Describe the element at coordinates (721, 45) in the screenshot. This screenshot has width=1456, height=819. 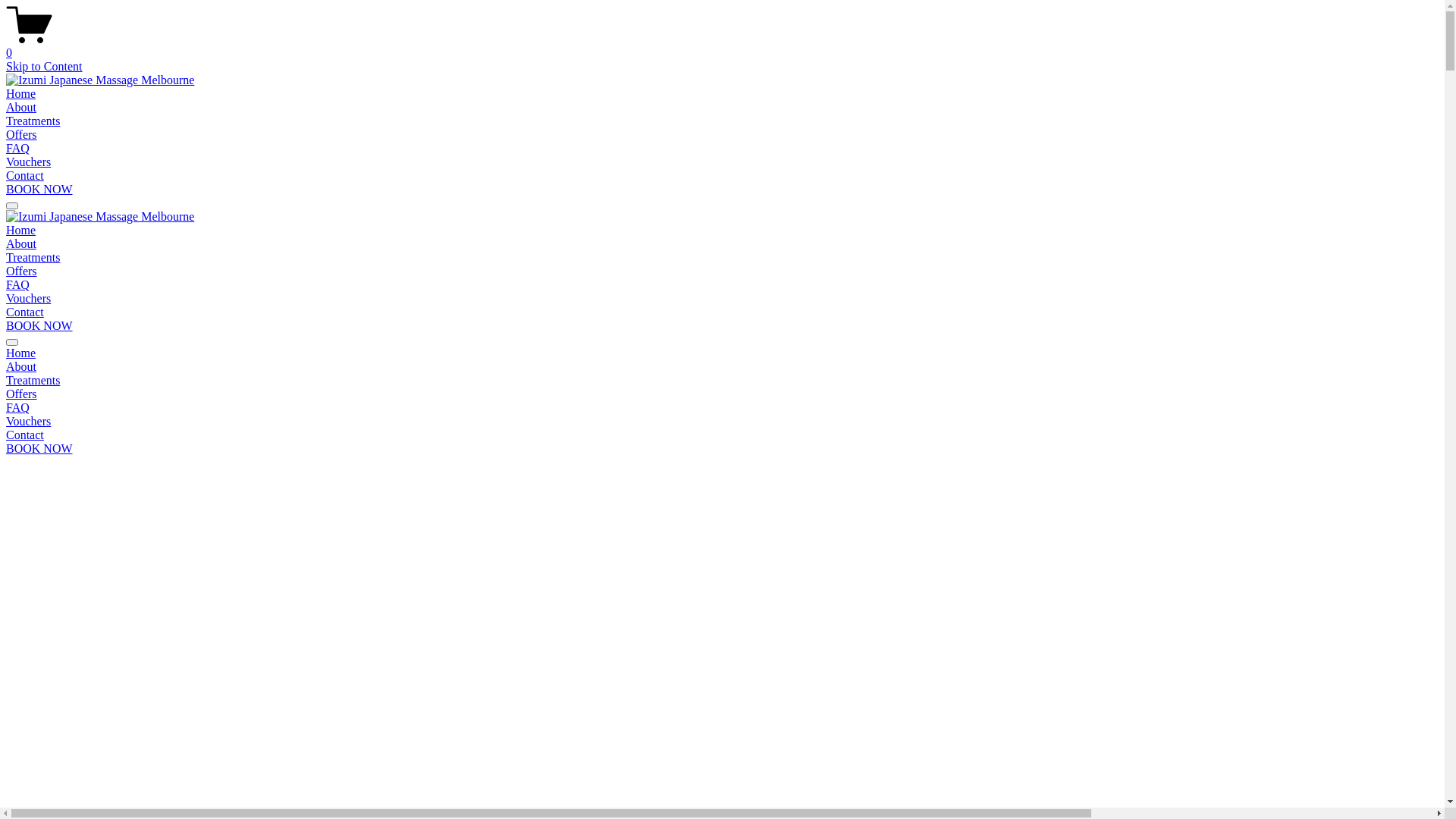
I see `'0'` at that location.